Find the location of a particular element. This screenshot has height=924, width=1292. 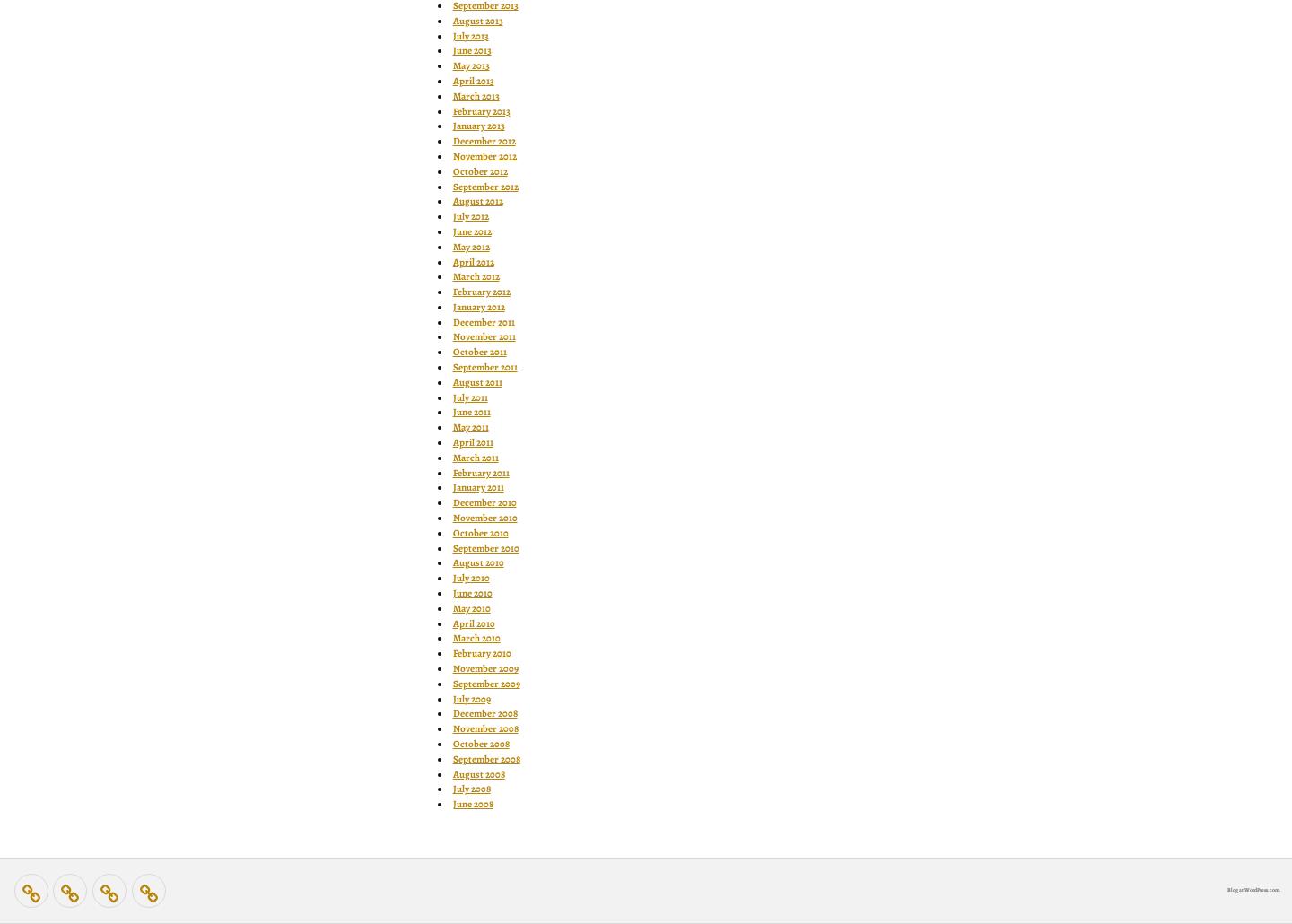

'June 2011' is located at coordinates (470, 411).